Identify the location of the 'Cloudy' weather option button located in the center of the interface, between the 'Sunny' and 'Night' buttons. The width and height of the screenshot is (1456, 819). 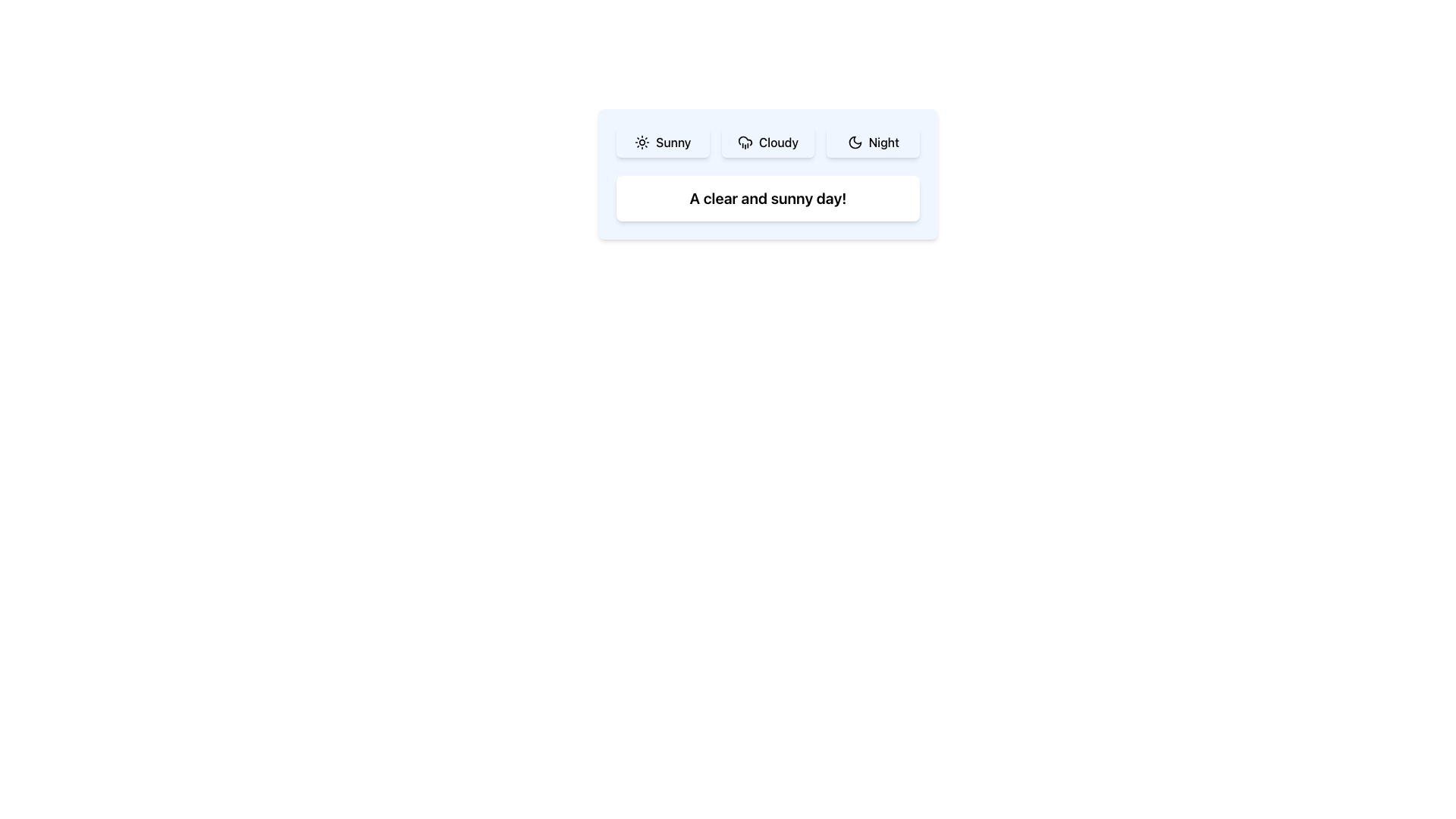
(767, 143).